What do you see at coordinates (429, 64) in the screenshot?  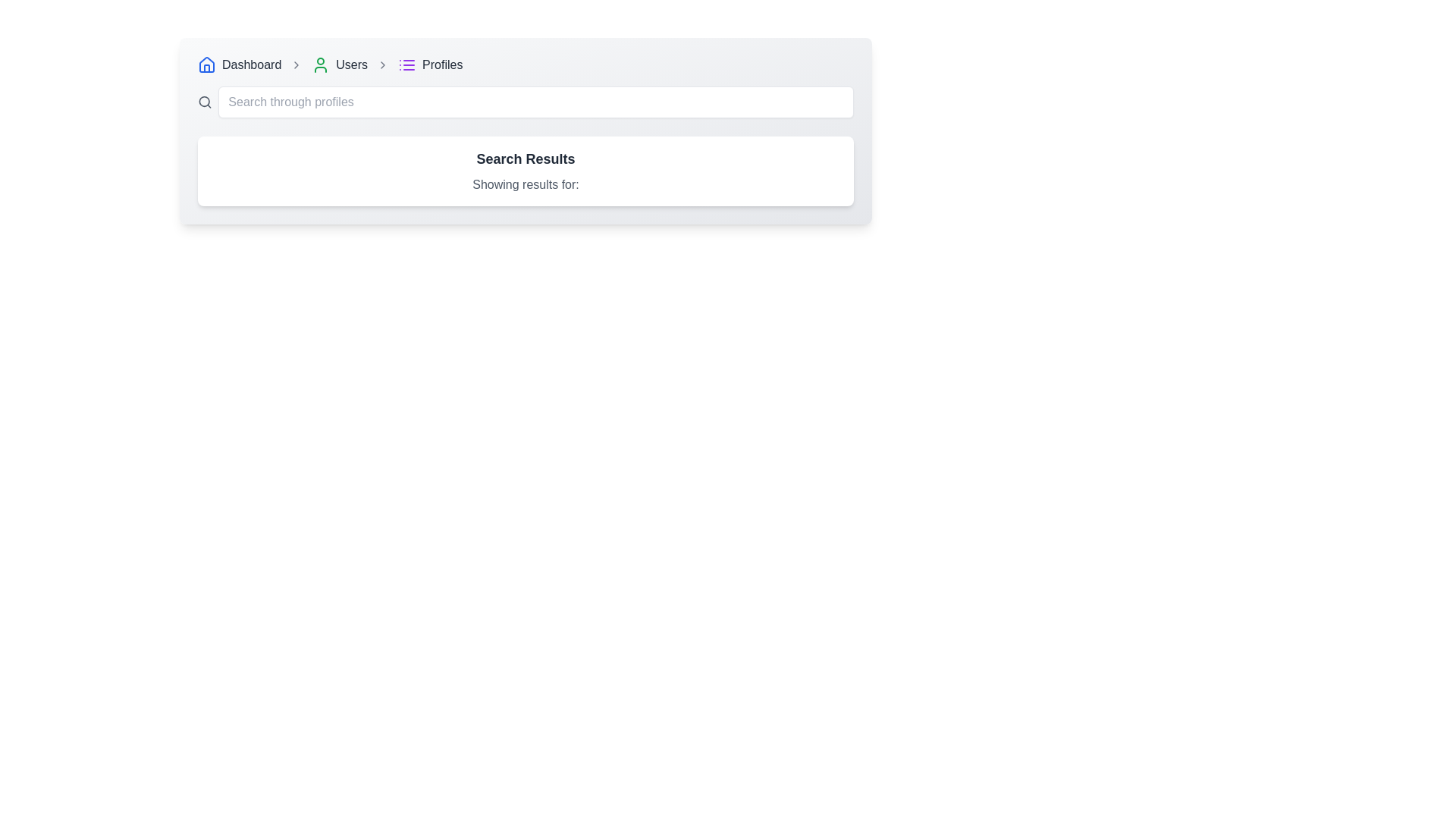 I see `the interactive breadcrumb link labeled 'Profiles' with a list icon` at bounding box center [429, 64].